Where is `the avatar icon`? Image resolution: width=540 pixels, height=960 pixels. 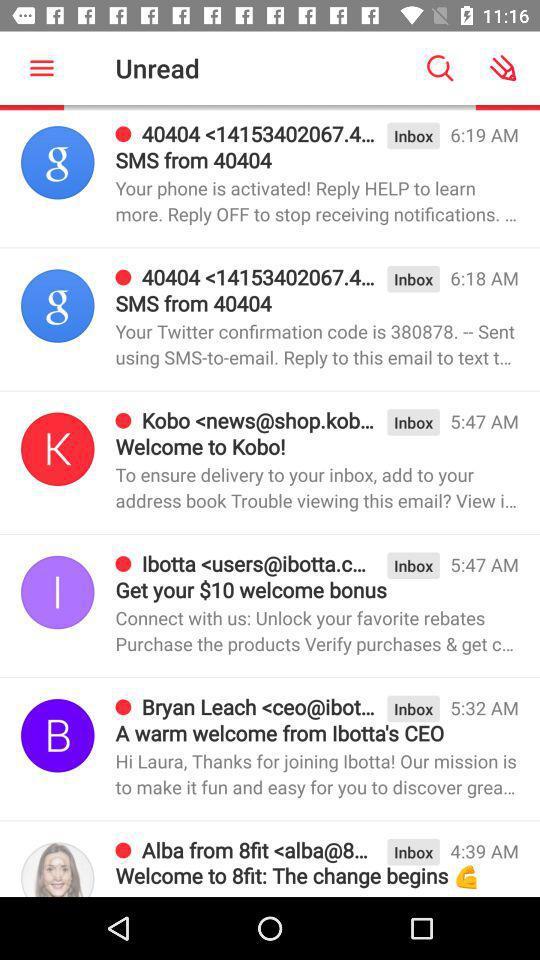 the avatar icon is located at coordinates (57, 305).